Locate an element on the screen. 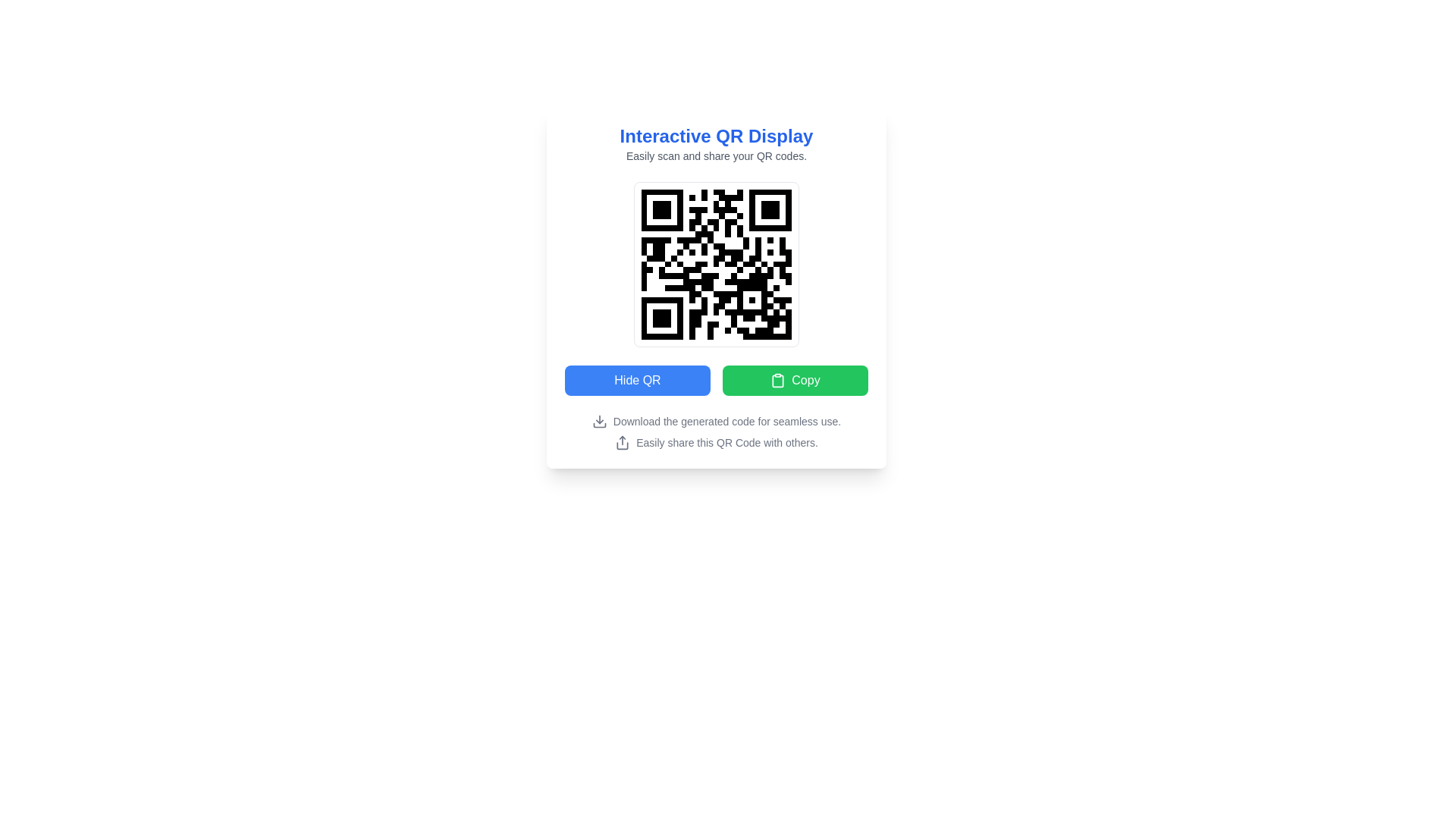 Image resolution: width=1456 pixels, height=819 pixels. the share icon, which is an upward-pointing arrow within a rectangular base, located to the left of the text 'Easily share this QR Code with others.' is located at coordinates (623, 442).